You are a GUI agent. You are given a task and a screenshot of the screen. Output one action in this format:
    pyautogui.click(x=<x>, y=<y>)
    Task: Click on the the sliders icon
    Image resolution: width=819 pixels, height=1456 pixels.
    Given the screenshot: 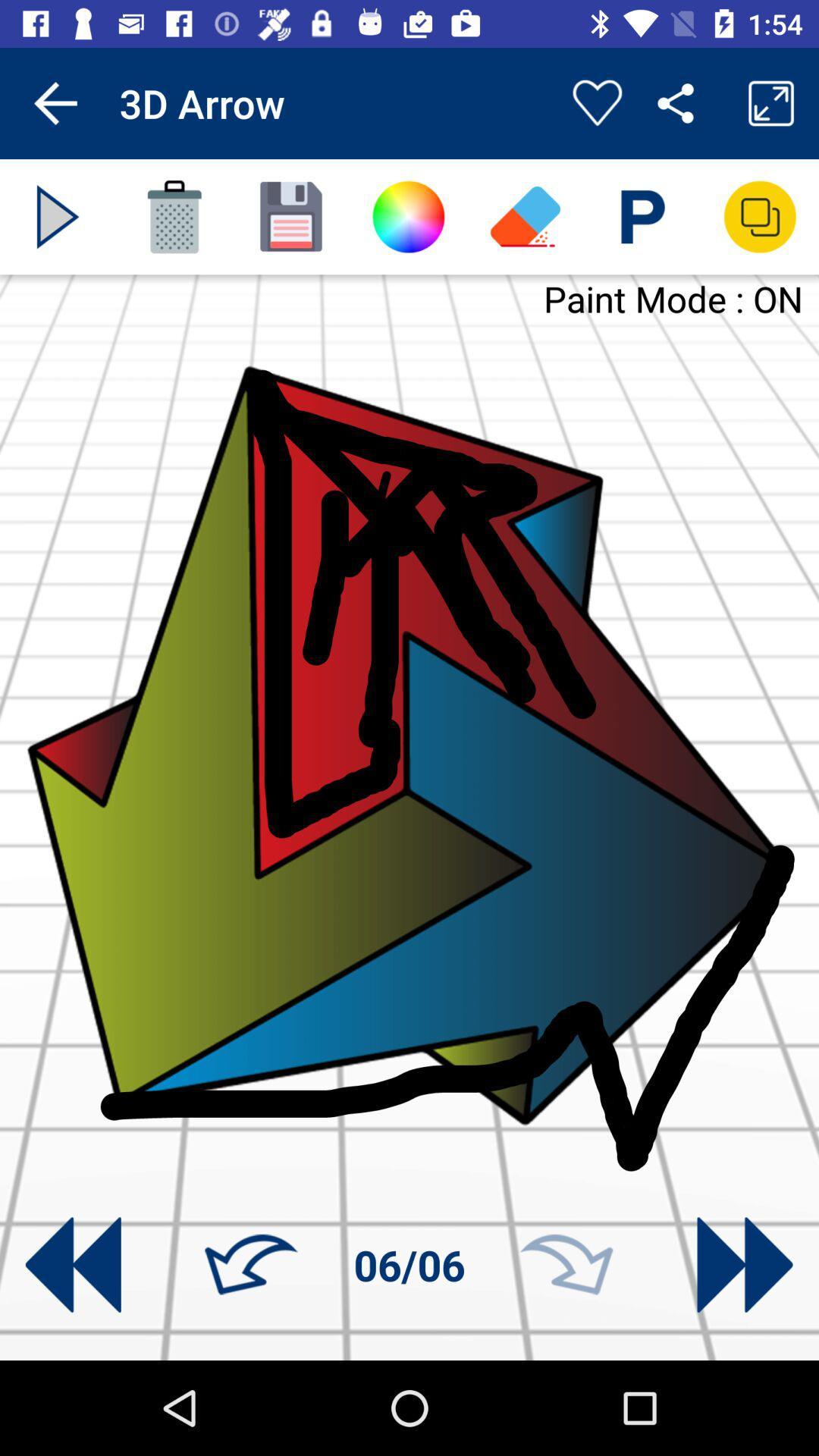 What is the action you would take?
    pyautogui.click(x=291, y=105)
    